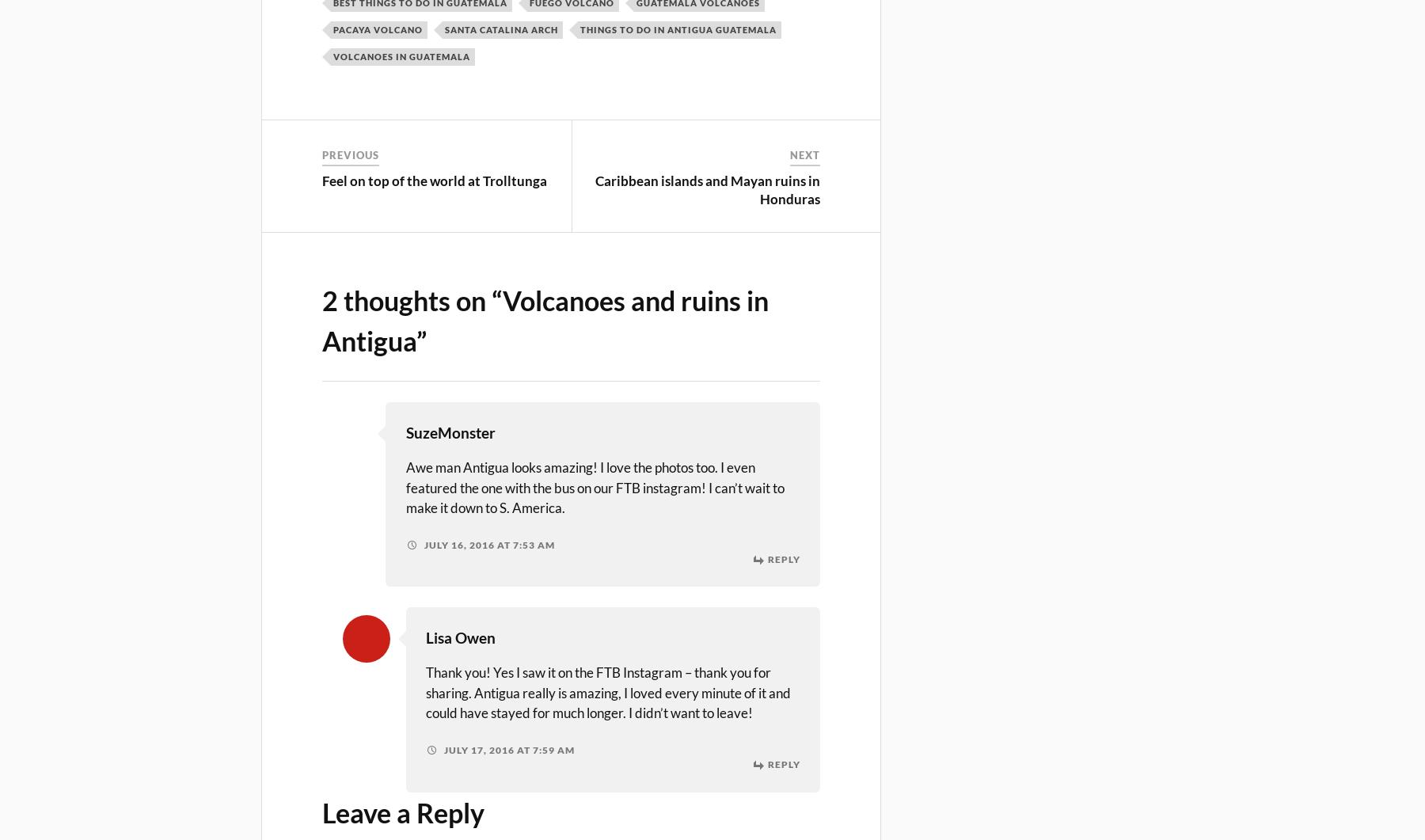 This screenshot has width=1425, height=840. Describe the element at coordinates (411, 299) in the screenshot. I see `'2 thoughts on “'` at that location.